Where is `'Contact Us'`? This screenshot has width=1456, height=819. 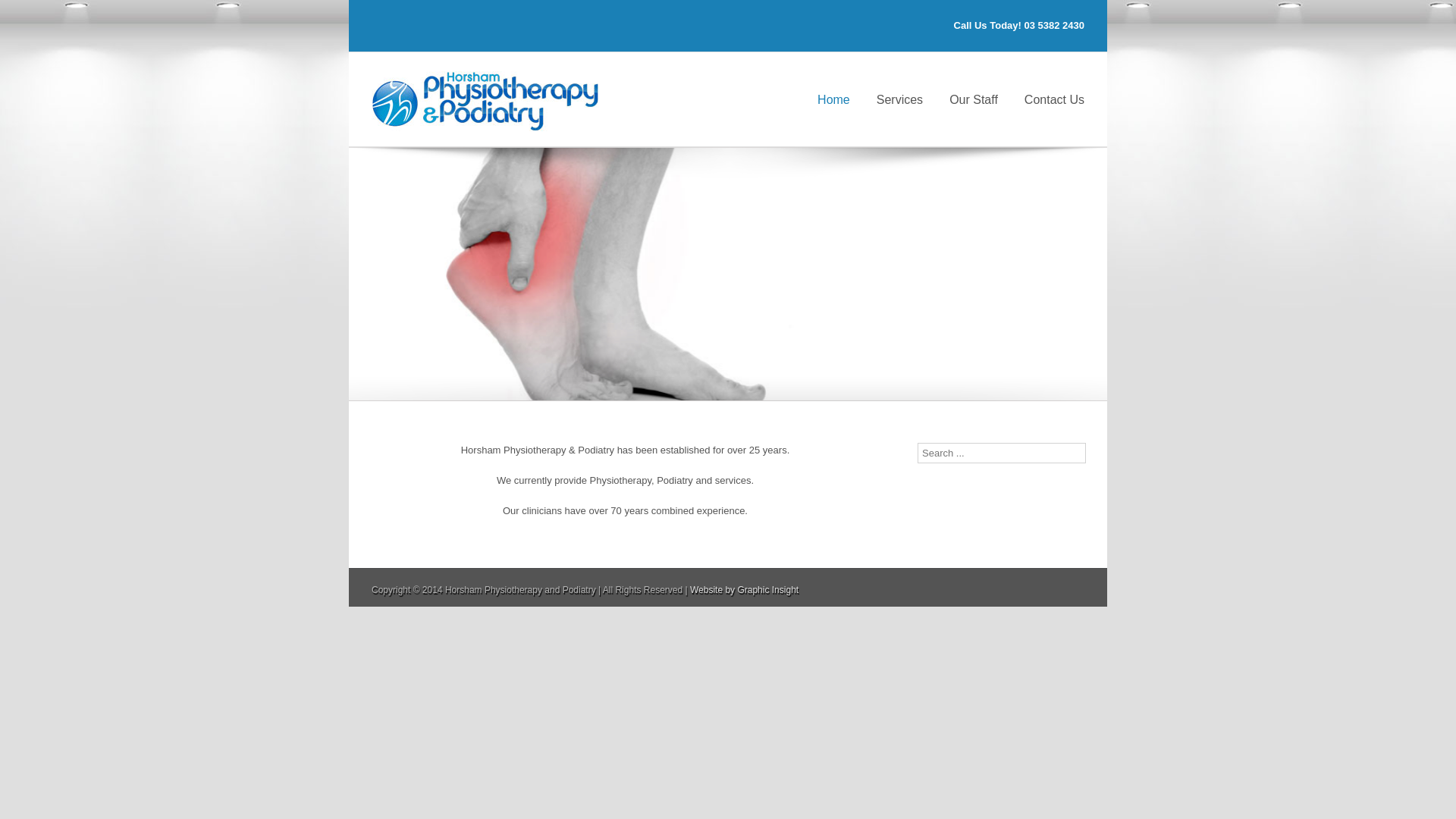
'Contact Us' is located at coordinates (1053, 99).